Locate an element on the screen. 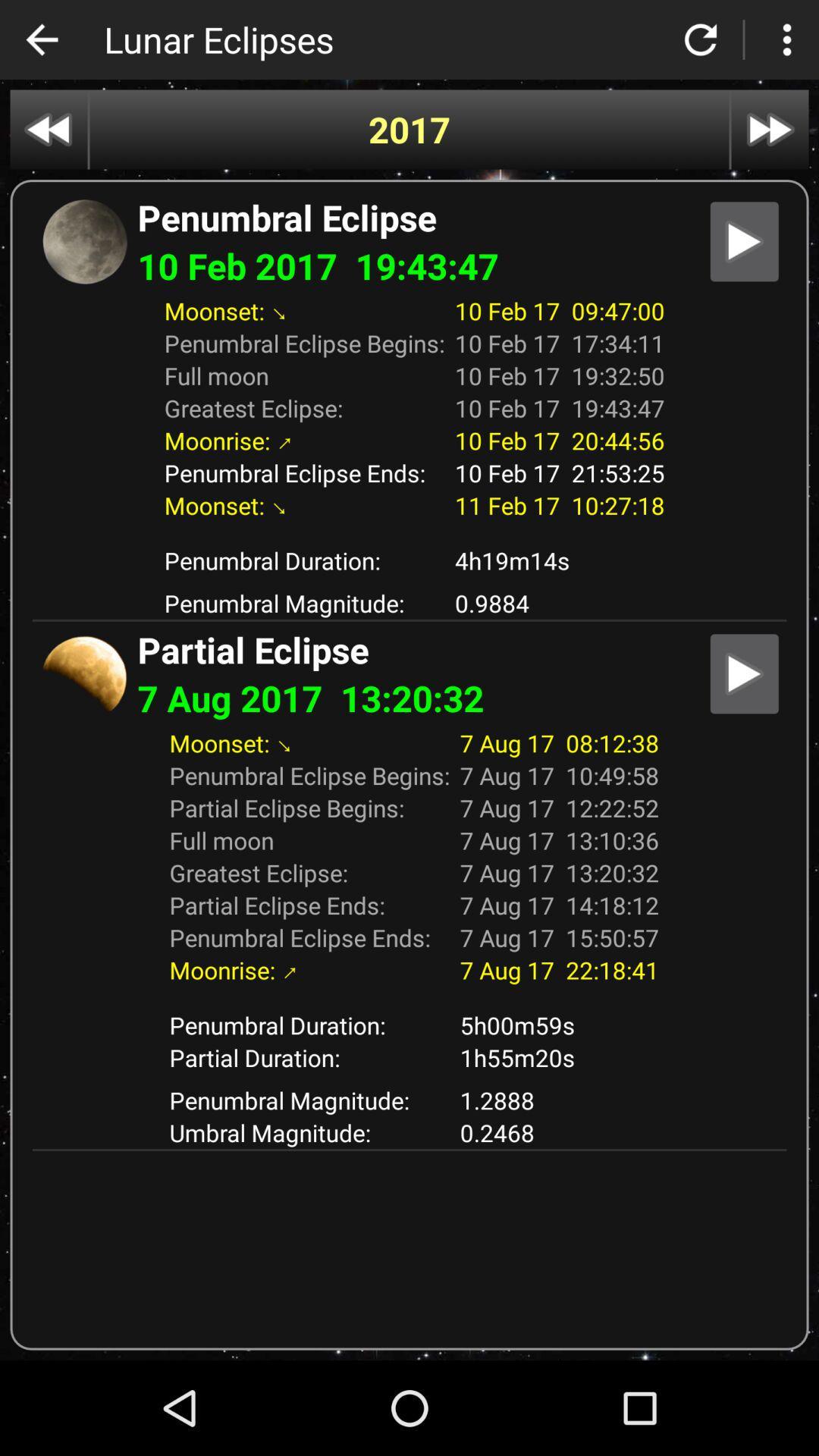 This screenshot has height=1456, width=819. the av_forward icon is located at coordinates (770, 130).